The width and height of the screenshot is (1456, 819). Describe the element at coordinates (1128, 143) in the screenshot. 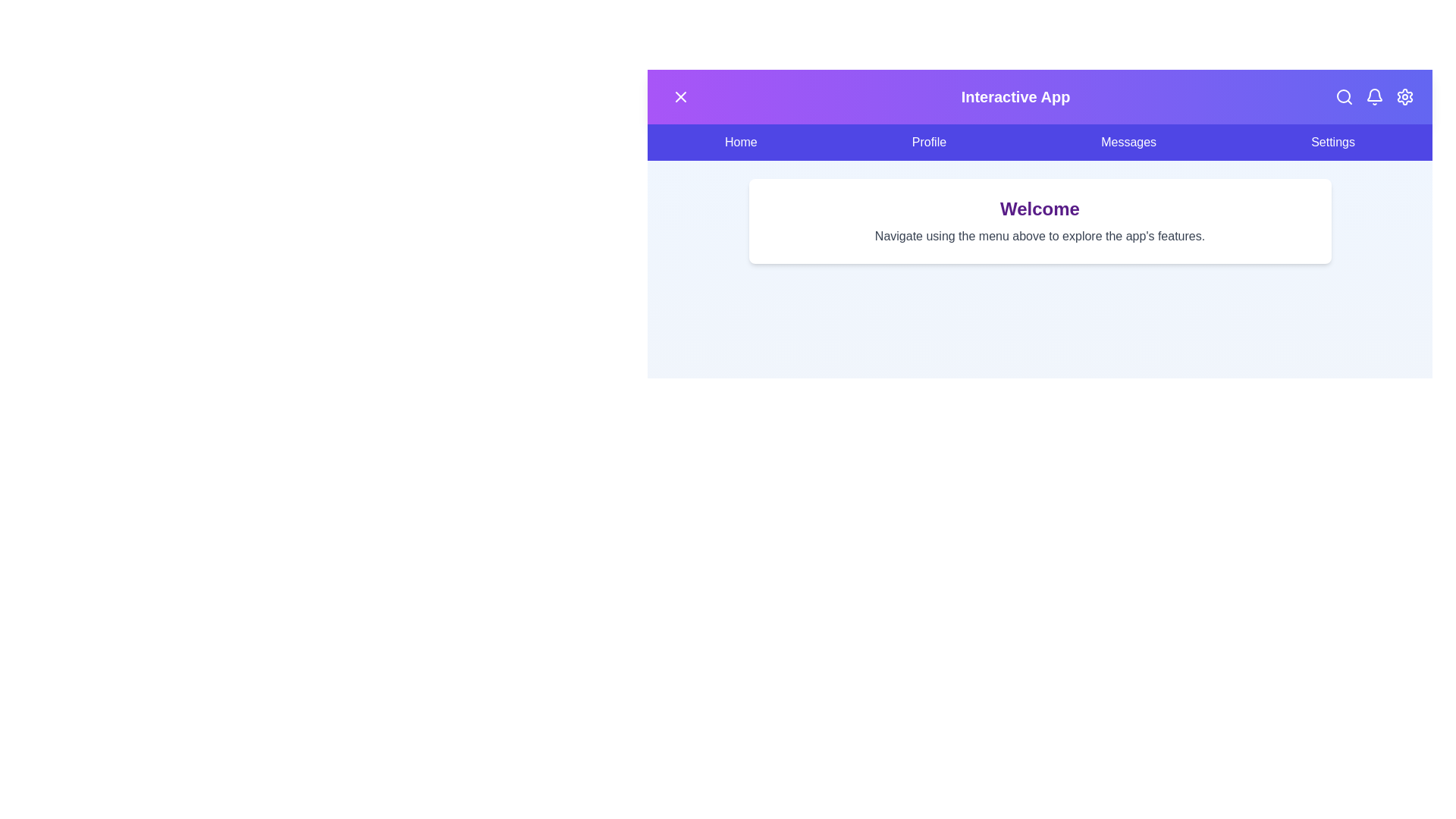

I see `the Messages menu item to navigate to the respective section` at that location.